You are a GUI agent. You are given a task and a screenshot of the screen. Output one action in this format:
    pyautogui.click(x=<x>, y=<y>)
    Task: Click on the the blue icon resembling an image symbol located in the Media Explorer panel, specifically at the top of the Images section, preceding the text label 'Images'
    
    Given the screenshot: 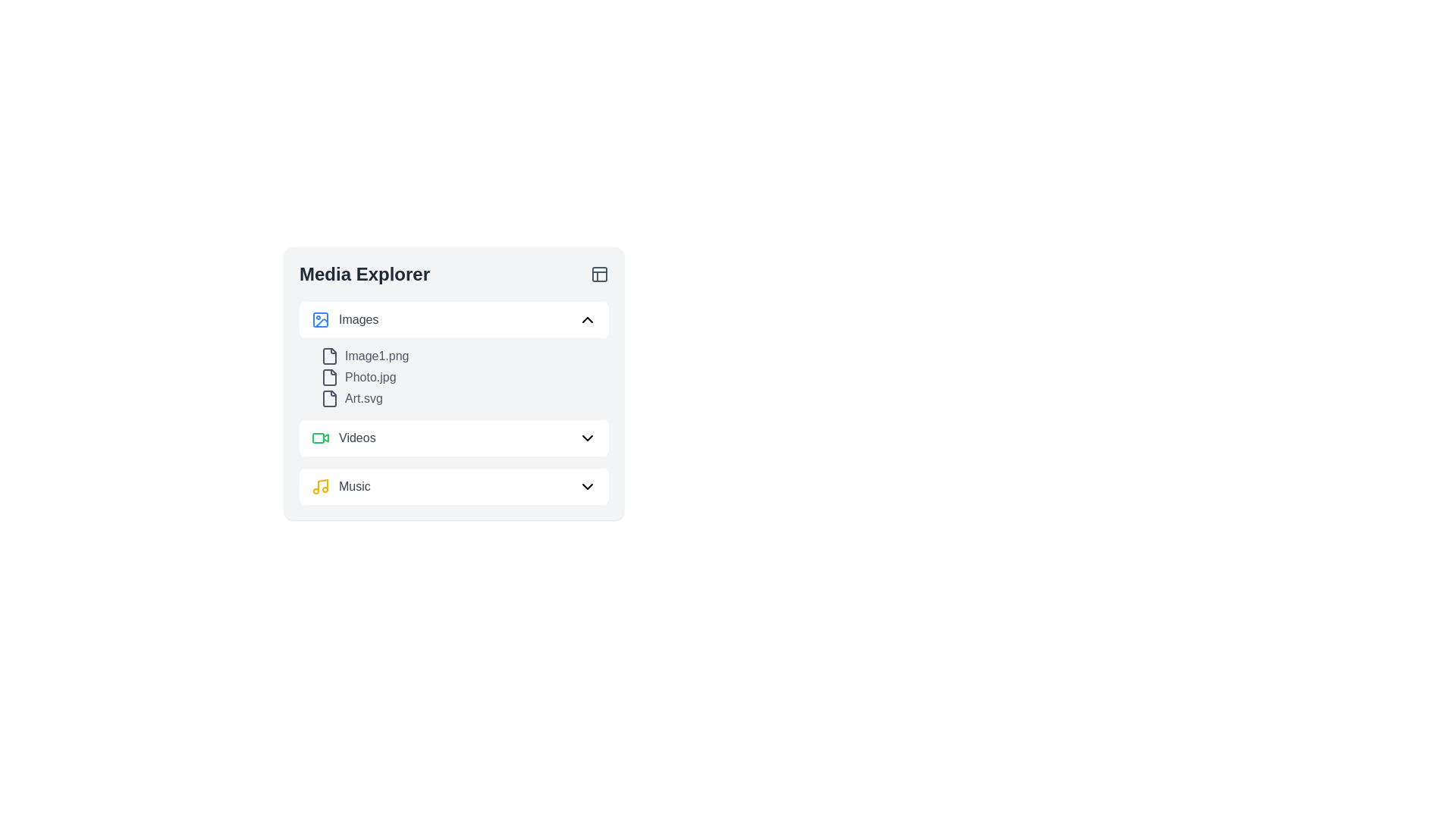 What is the action you would take?
    pyautogui.click(x=319, y=318)
    